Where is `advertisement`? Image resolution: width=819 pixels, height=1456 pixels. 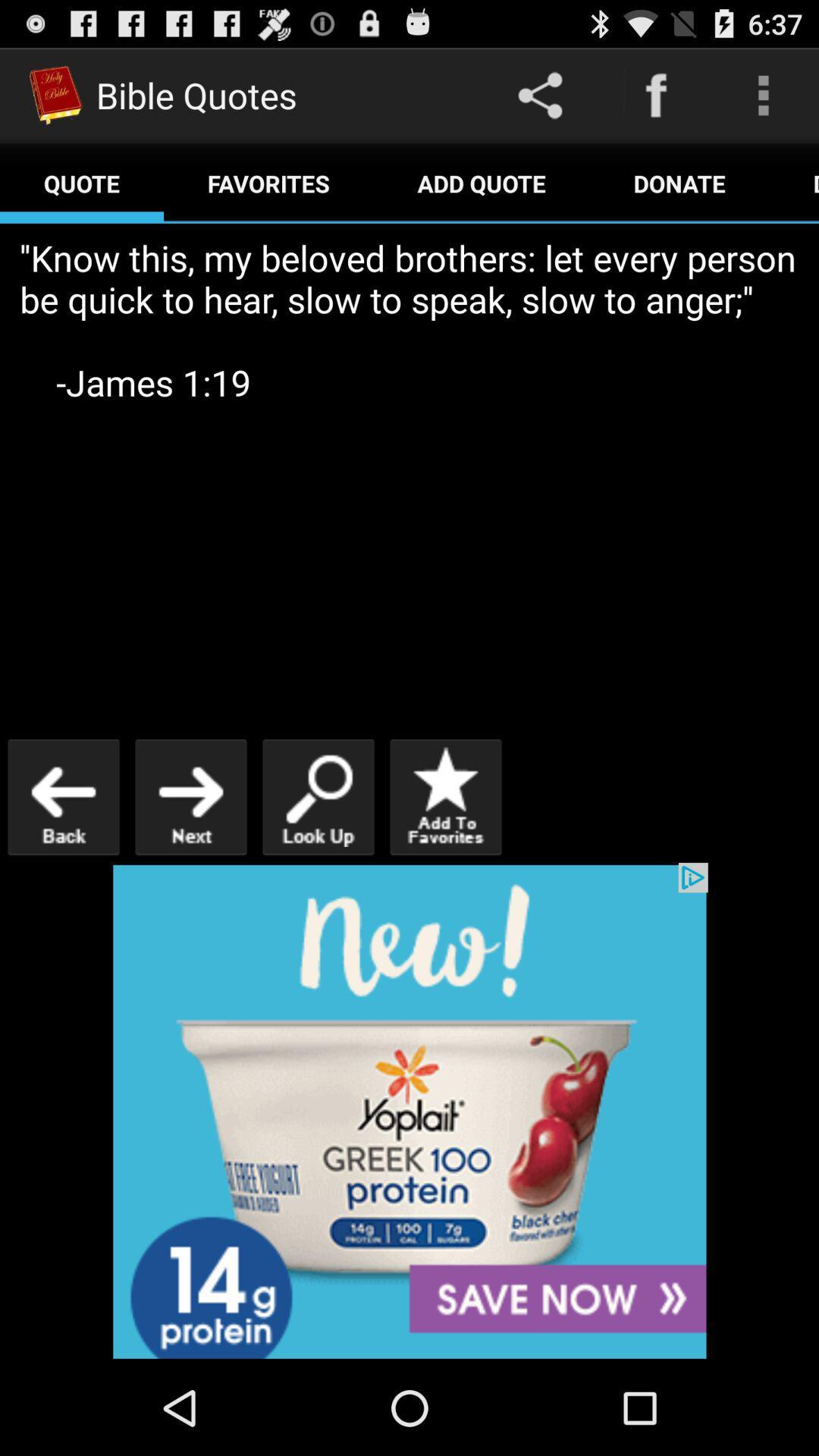 advertisement is located at coordinates (409, 1111).